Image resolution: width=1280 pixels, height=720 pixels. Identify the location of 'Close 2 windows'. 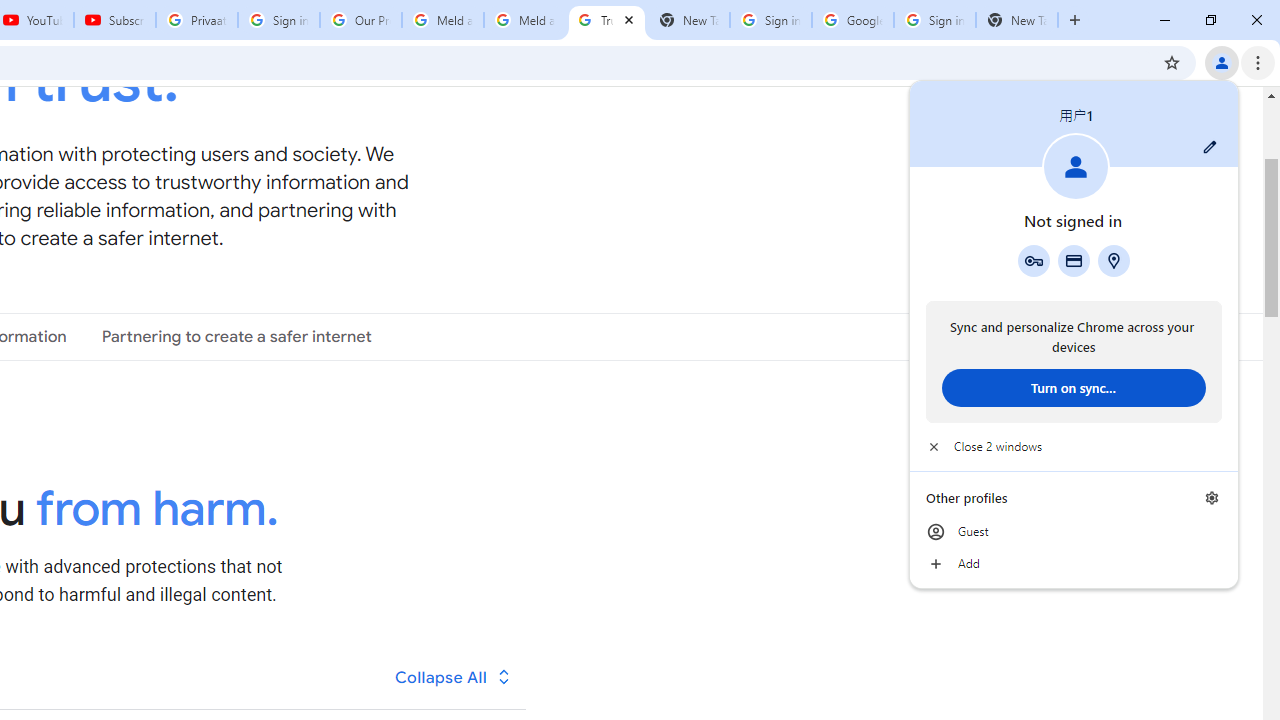
(1072, 446).